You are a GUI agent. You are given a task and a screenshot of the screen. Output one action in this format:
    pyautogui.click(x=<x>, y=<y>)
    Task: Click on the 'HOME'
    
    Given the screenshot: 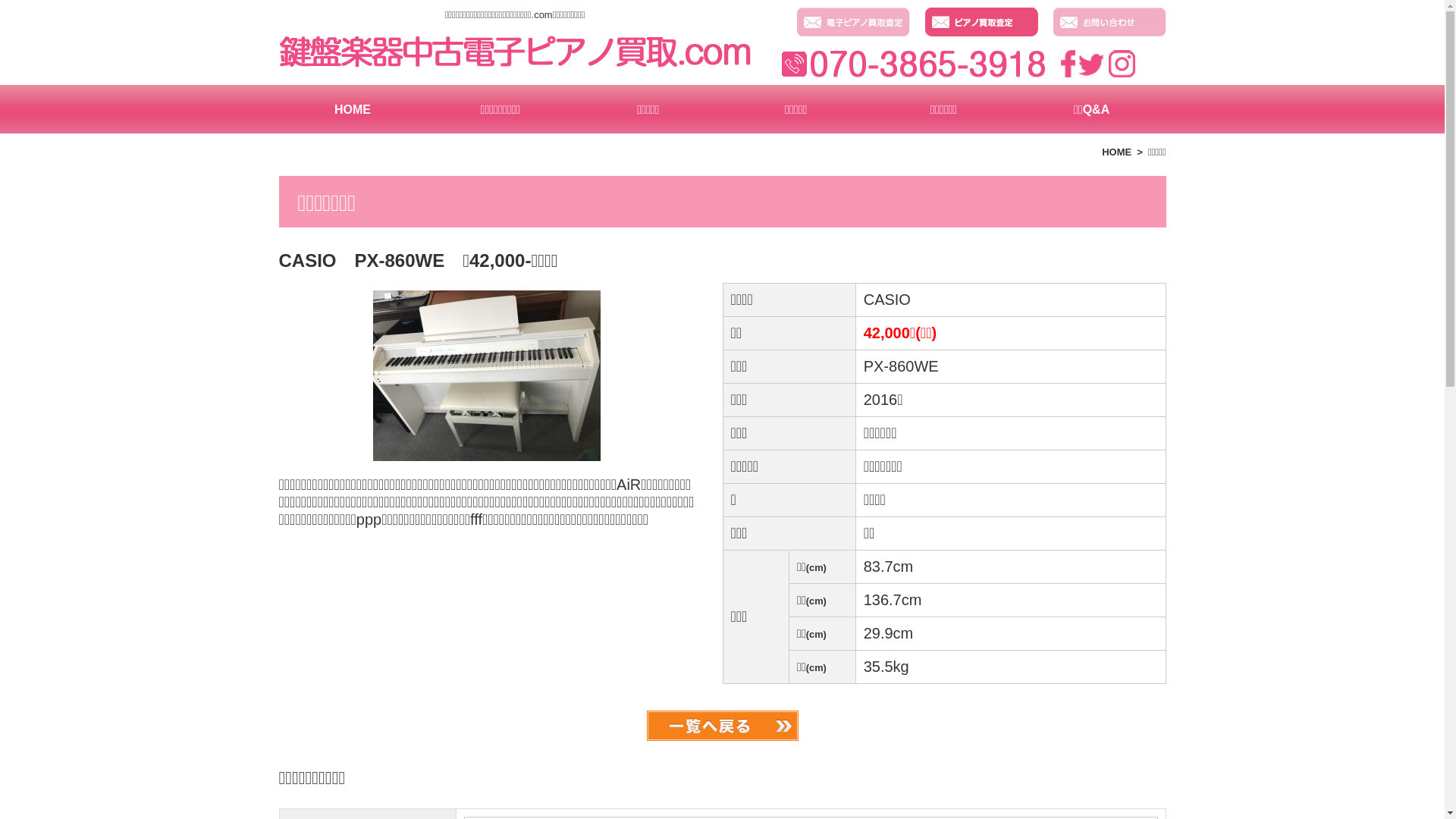 What is the action you would take?
    pyautogui.click(x=352, y=108)
    